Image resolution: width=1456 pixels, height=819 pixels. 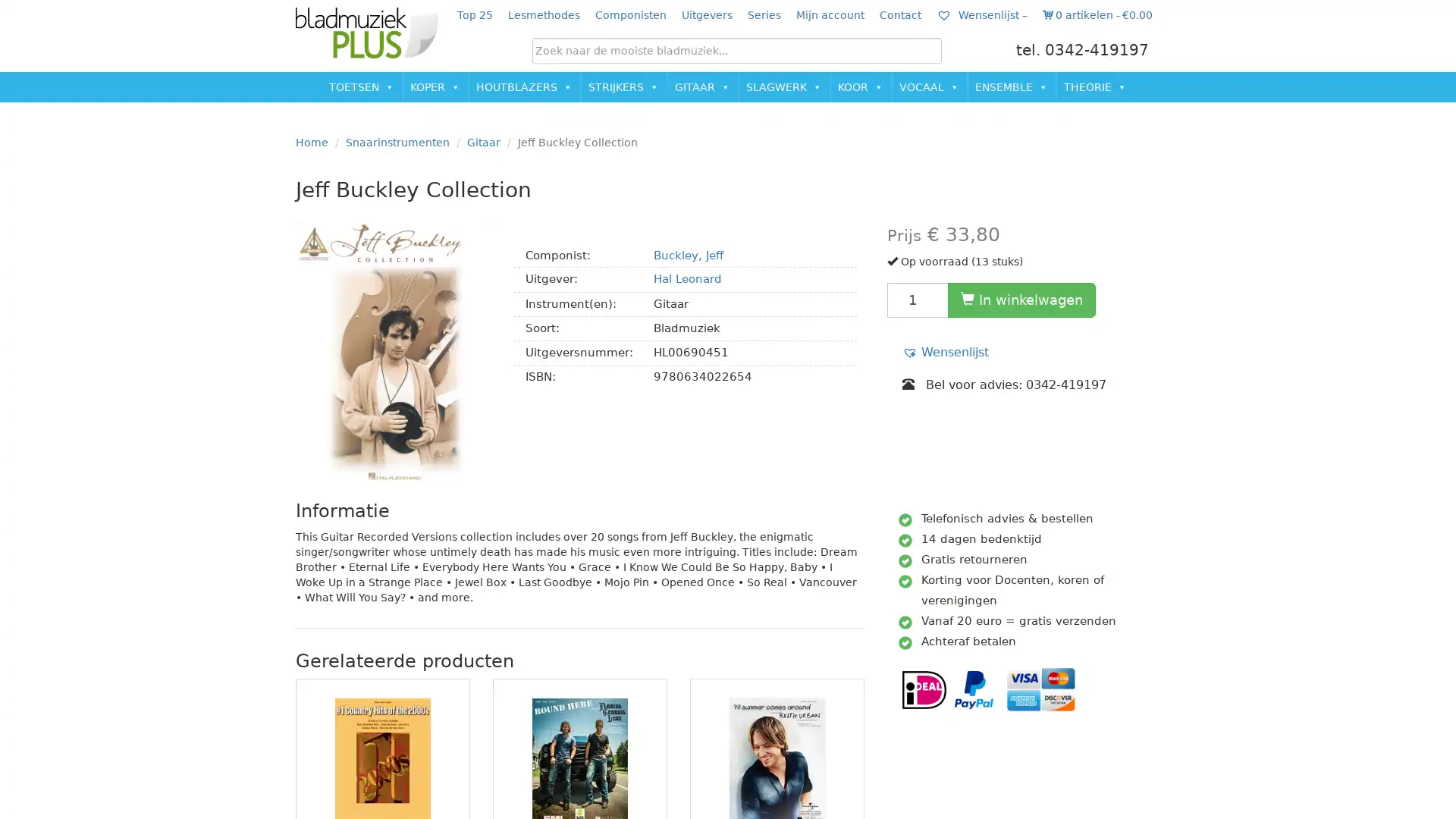 What do you see at coordinates (945, 352) in the screenshot?
I see `Wensenlijst` at bounding box center [945, 352].